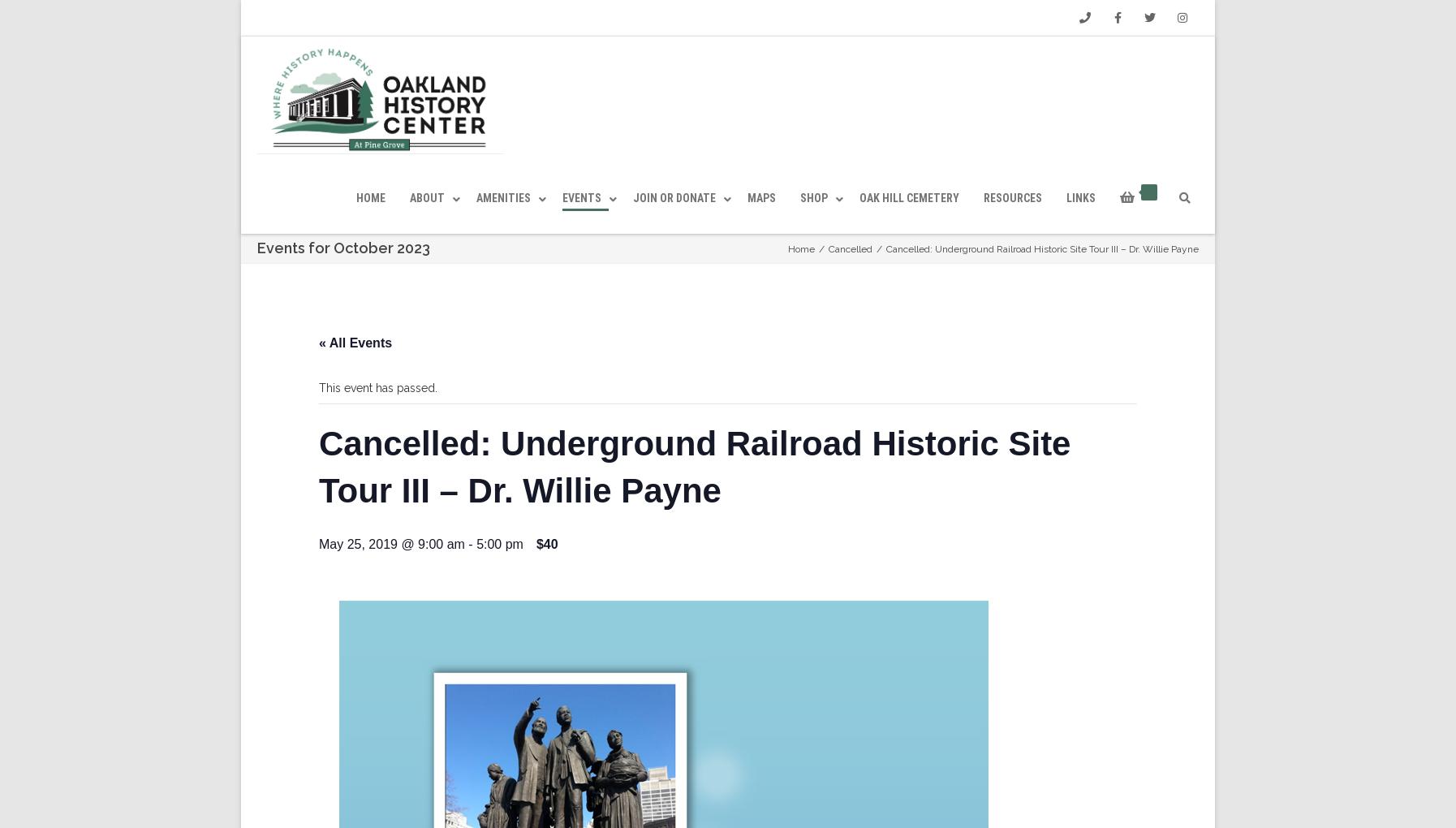  What do you see at coordinates (354, 378) in the screenshot?
I see `'« All Events'` at bounding box center [354, 378].